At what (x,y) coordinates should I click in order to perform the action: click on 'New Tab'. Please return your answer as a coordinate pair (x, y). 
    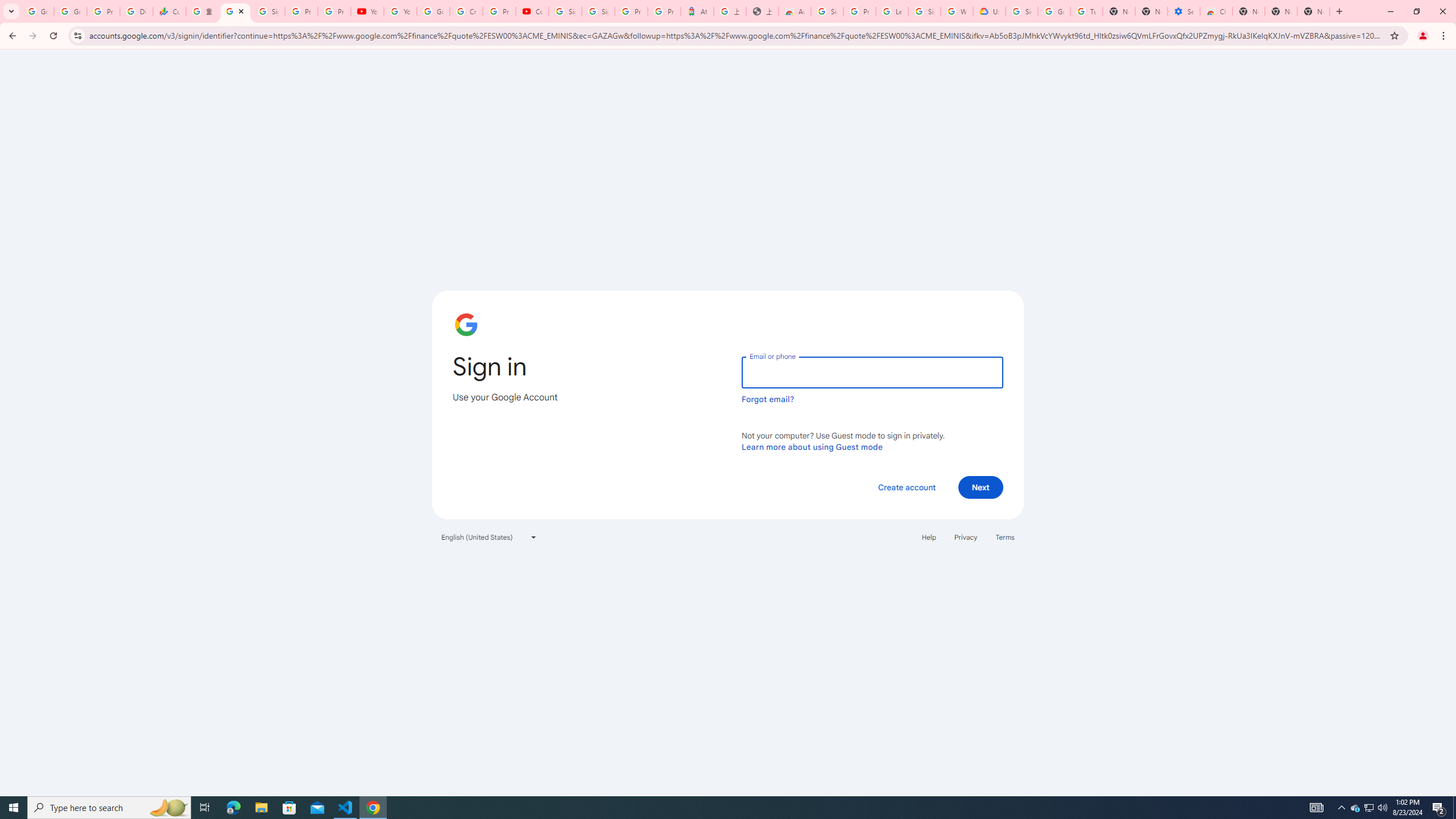
    Looking at the image, I should click on (1314, 11).